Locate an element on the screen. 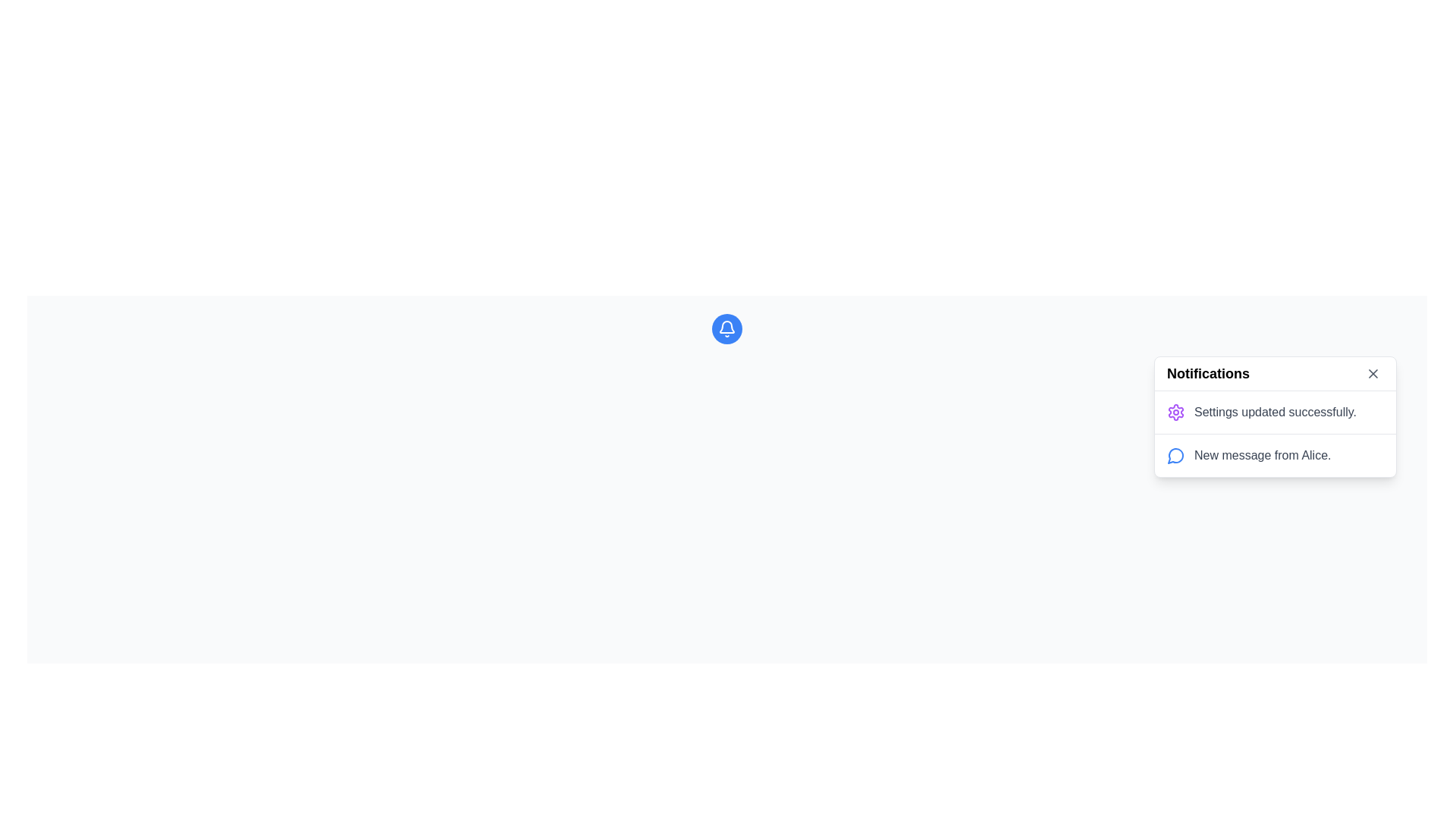  the circular chat bubble icon with a blue outline and white background located to the left of the 'New message from Alice.' notification text in the Notifications section is located at coordinates (1175, 455).